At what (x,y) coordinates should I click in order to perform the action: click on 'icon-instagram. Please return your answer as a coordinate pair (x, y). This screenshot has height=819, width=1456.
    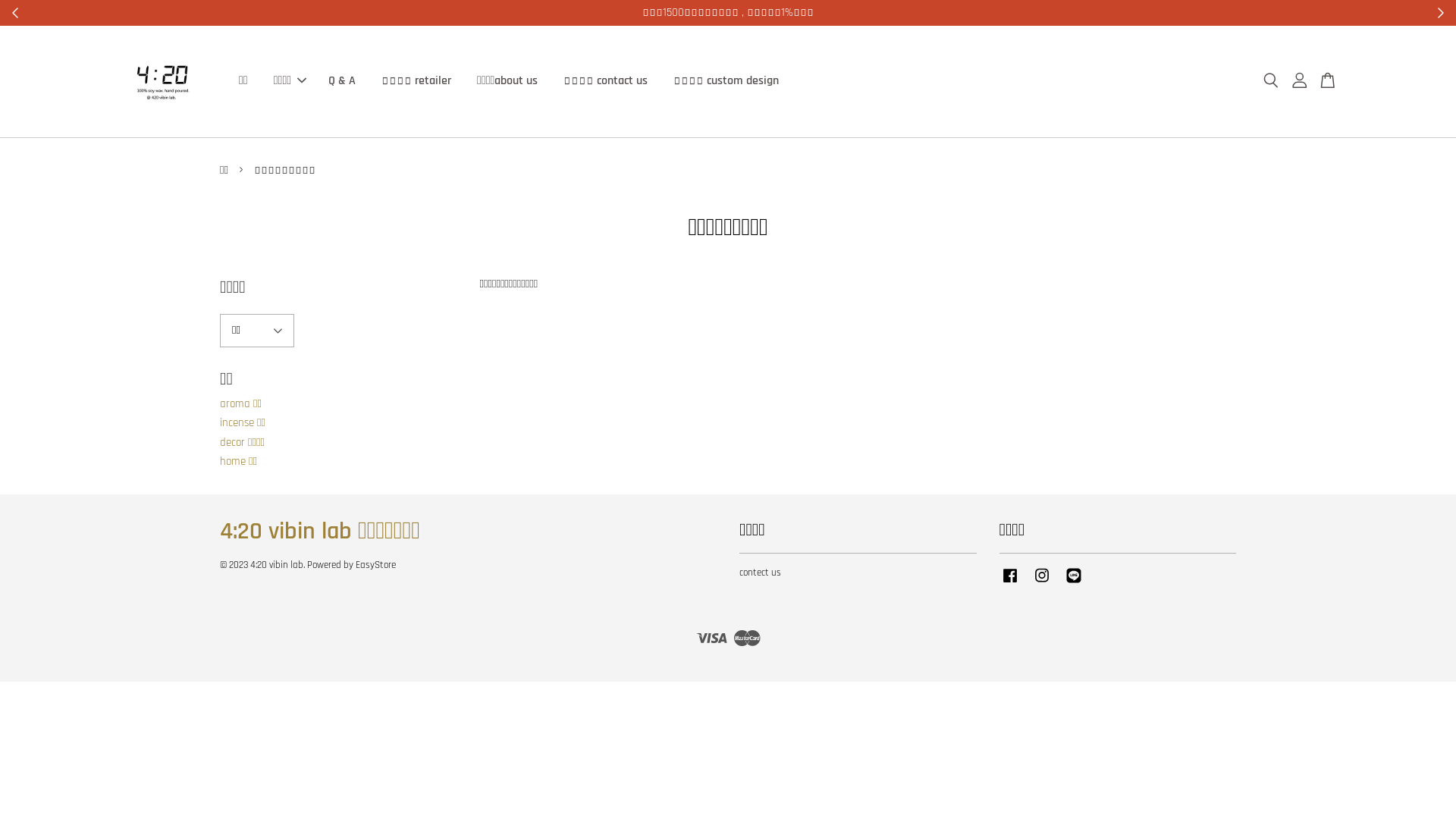
    Looking at the image, I should click on (1040, 582).